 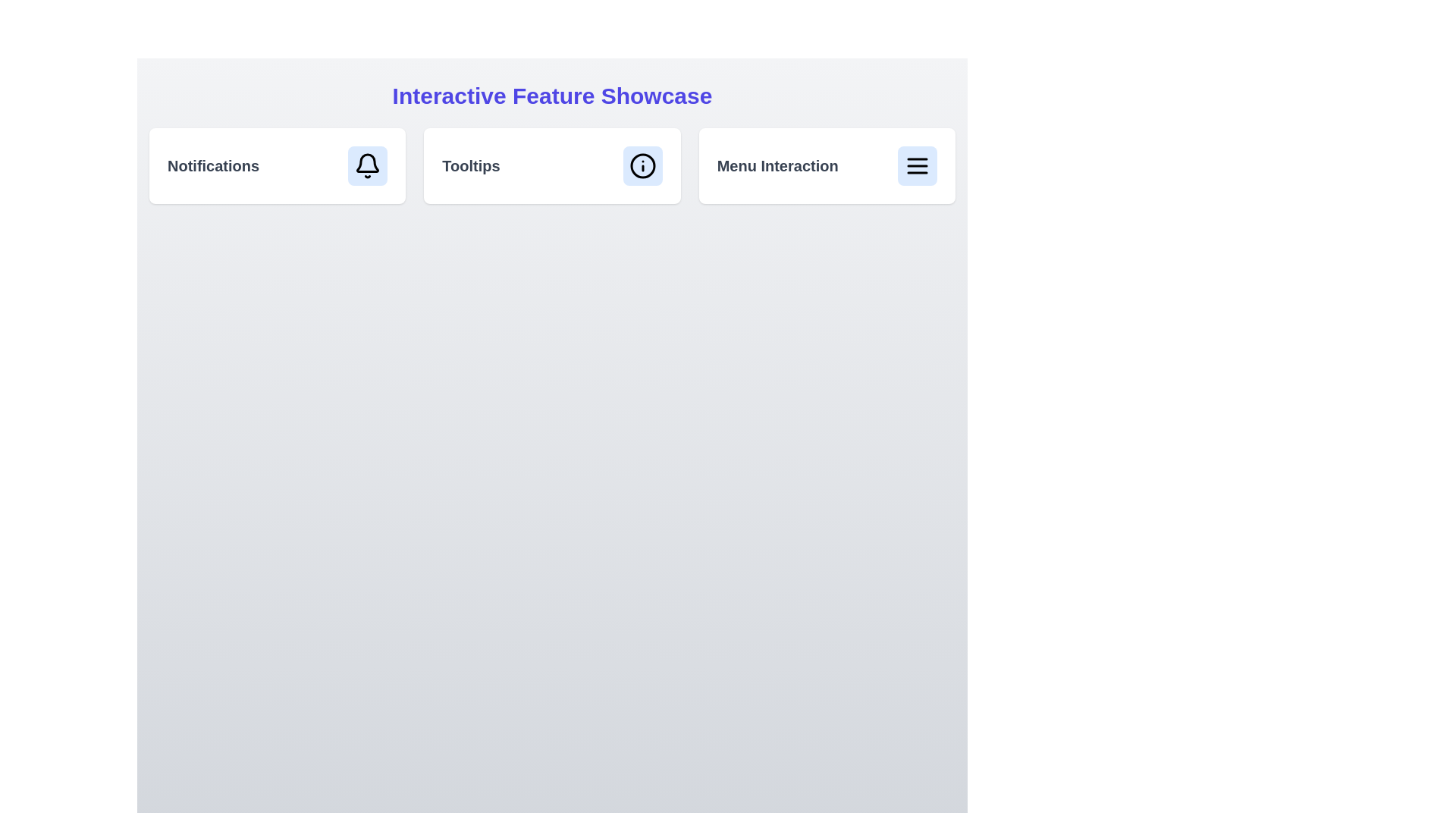 What do you see at coordinates (368, 166) in the screenshot?
I see `the notification icon located to the right of the 'Notifications' label` at bounding box center [368, 166].